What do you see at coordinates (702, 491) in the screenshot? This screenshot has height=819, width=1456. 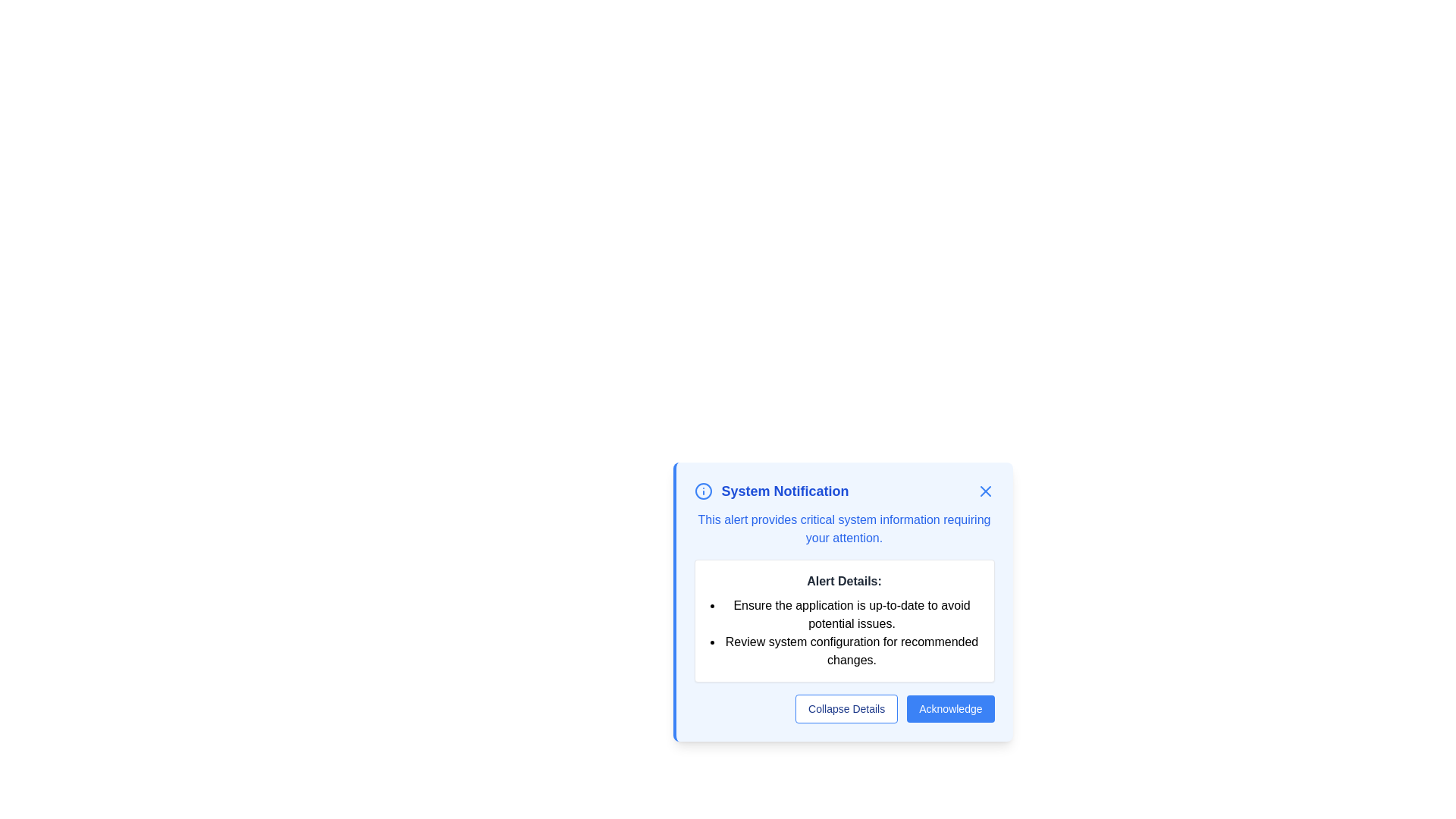 I see `the information icon located to the immediate left of the text 'System Notification' within the notification prompt` at bounding box center [702, 491].